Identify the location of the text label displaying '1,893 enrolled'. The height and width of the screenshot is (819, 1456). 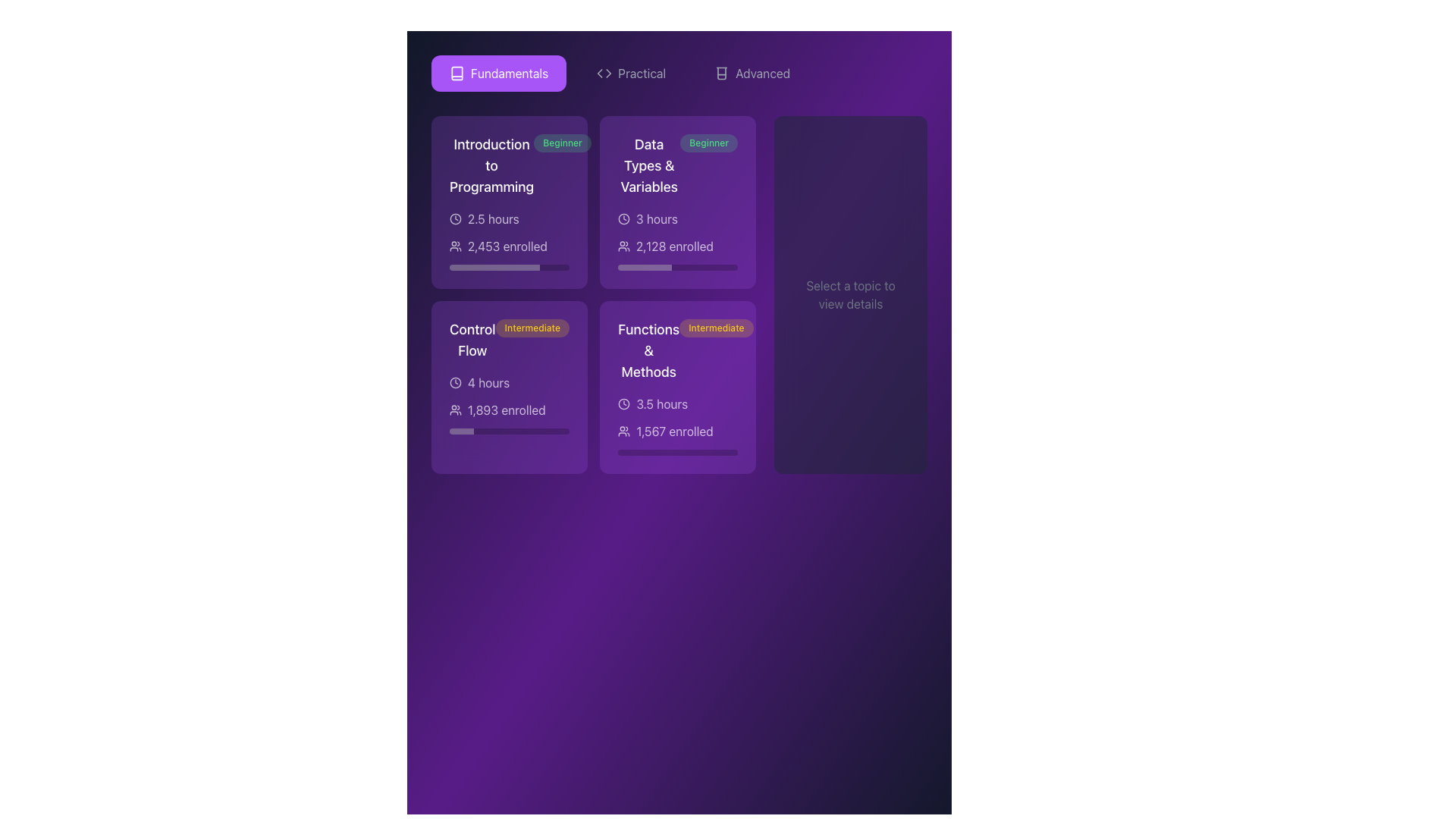
(507, 409).